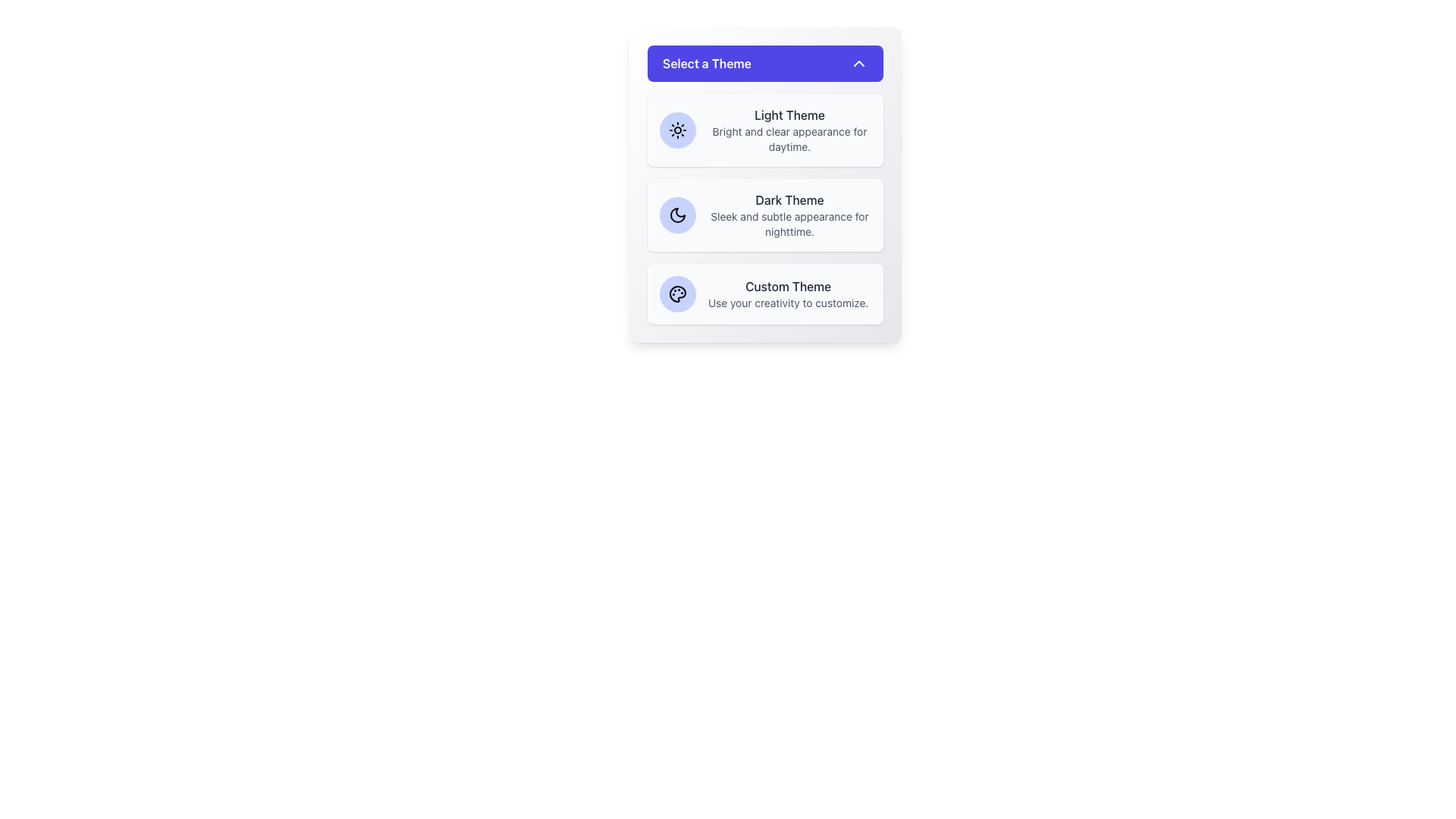 This screenshot has height=819, width=1456. What do you see at coordinates (788, 287) in the screenshot?
I see `the 'Custom Theme' text label, which is displayed in medium font weight and dark gray color, located at the bottommost theme option in the theme selection interface` at bounding box center [788, 287].